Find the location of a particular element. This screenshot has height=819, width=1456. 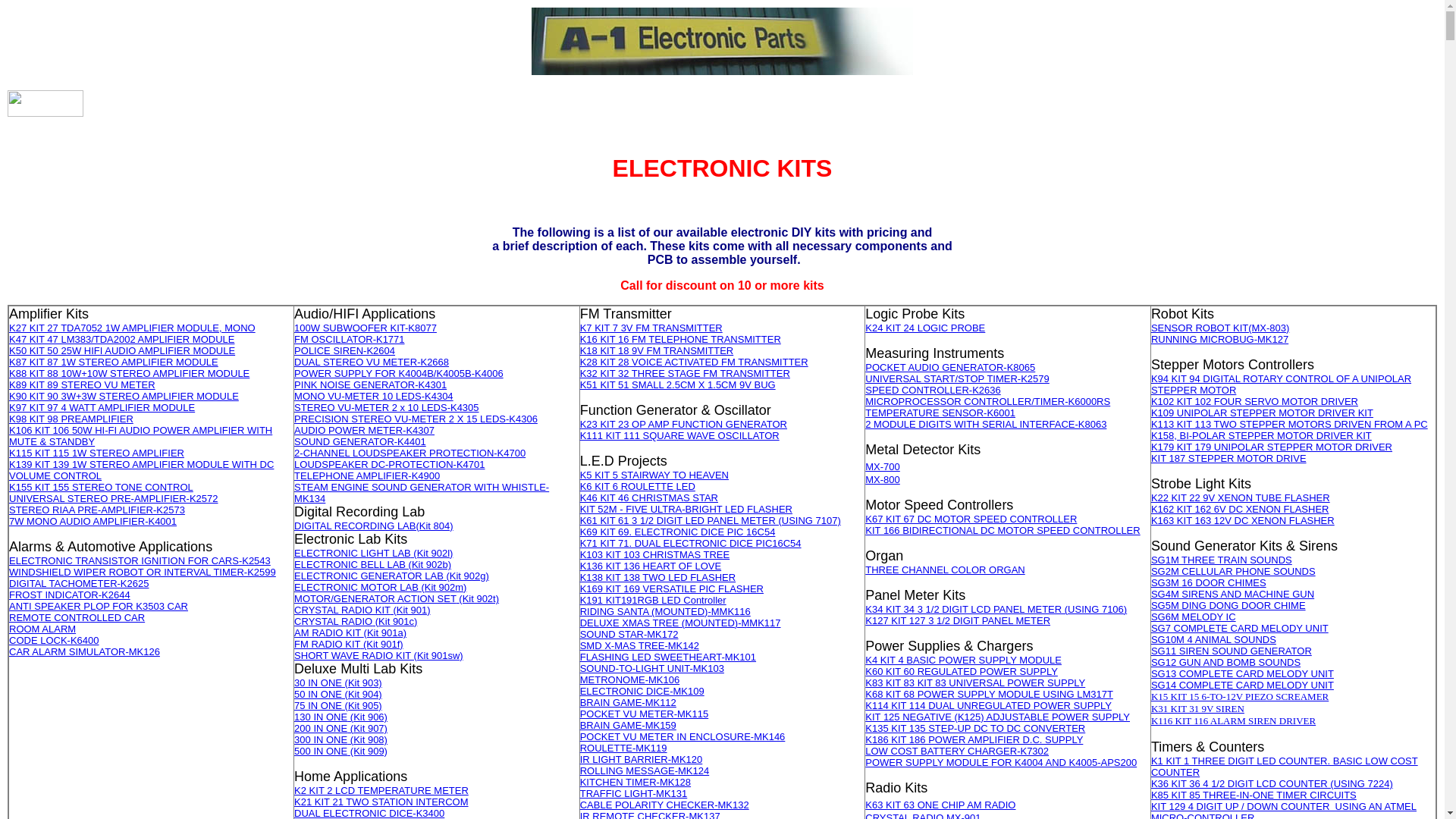

'2 MODULE DIGITS WITH SERIAL INTERFACE-K8063' is located at coordinates (986, 424).